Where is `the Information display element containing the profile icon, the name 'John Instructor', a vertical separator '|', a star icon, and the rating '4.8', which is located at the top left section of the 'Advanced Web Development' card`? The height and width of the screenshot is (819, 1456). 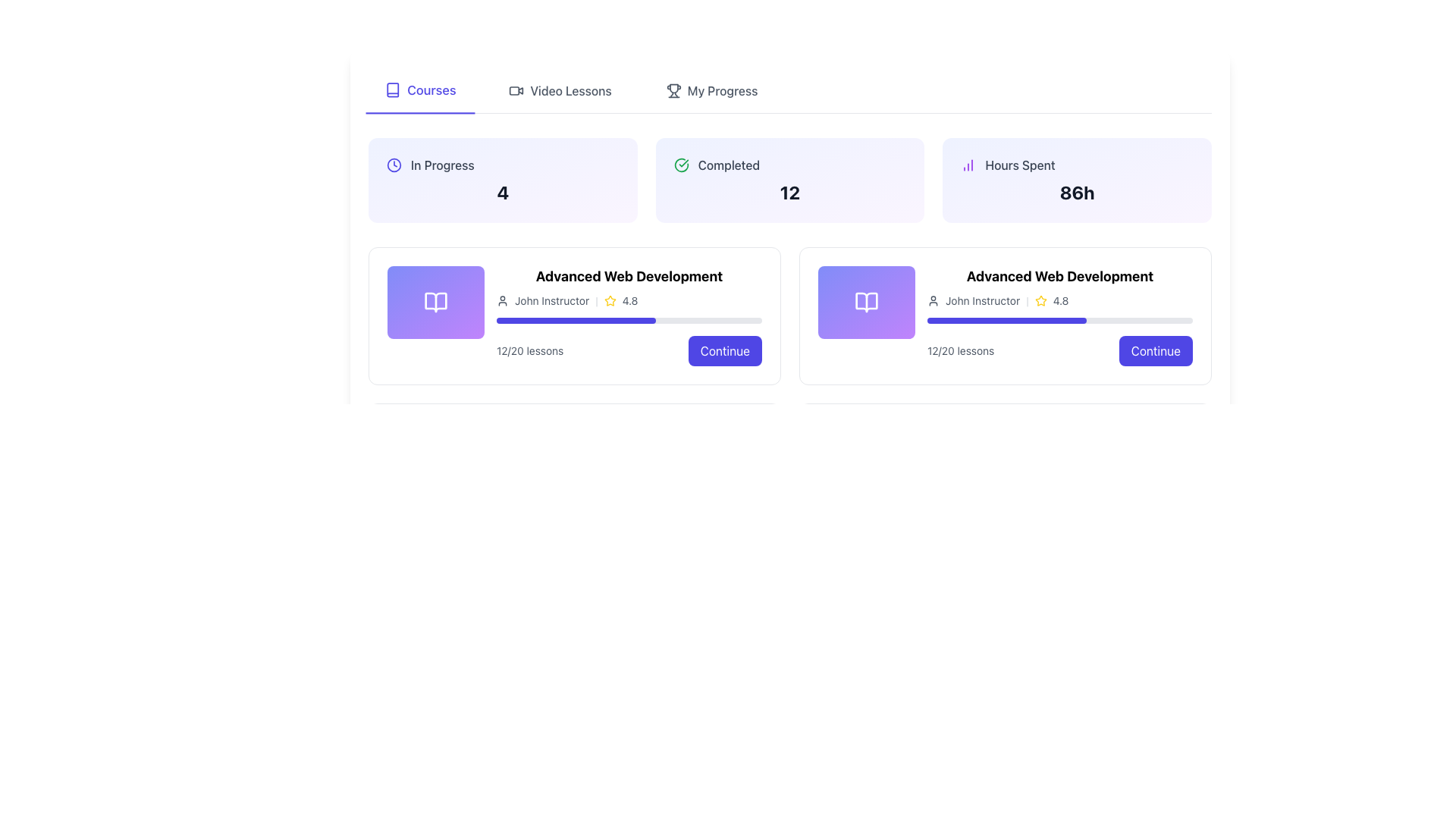
the Information display element containing the profile icon, the name 'John Instructor', a vertical separator '|', a star icon, and the rating '4.8', which is located at the top left section of the 'Advanced Web Development' card is located at coordinates (629, 301).